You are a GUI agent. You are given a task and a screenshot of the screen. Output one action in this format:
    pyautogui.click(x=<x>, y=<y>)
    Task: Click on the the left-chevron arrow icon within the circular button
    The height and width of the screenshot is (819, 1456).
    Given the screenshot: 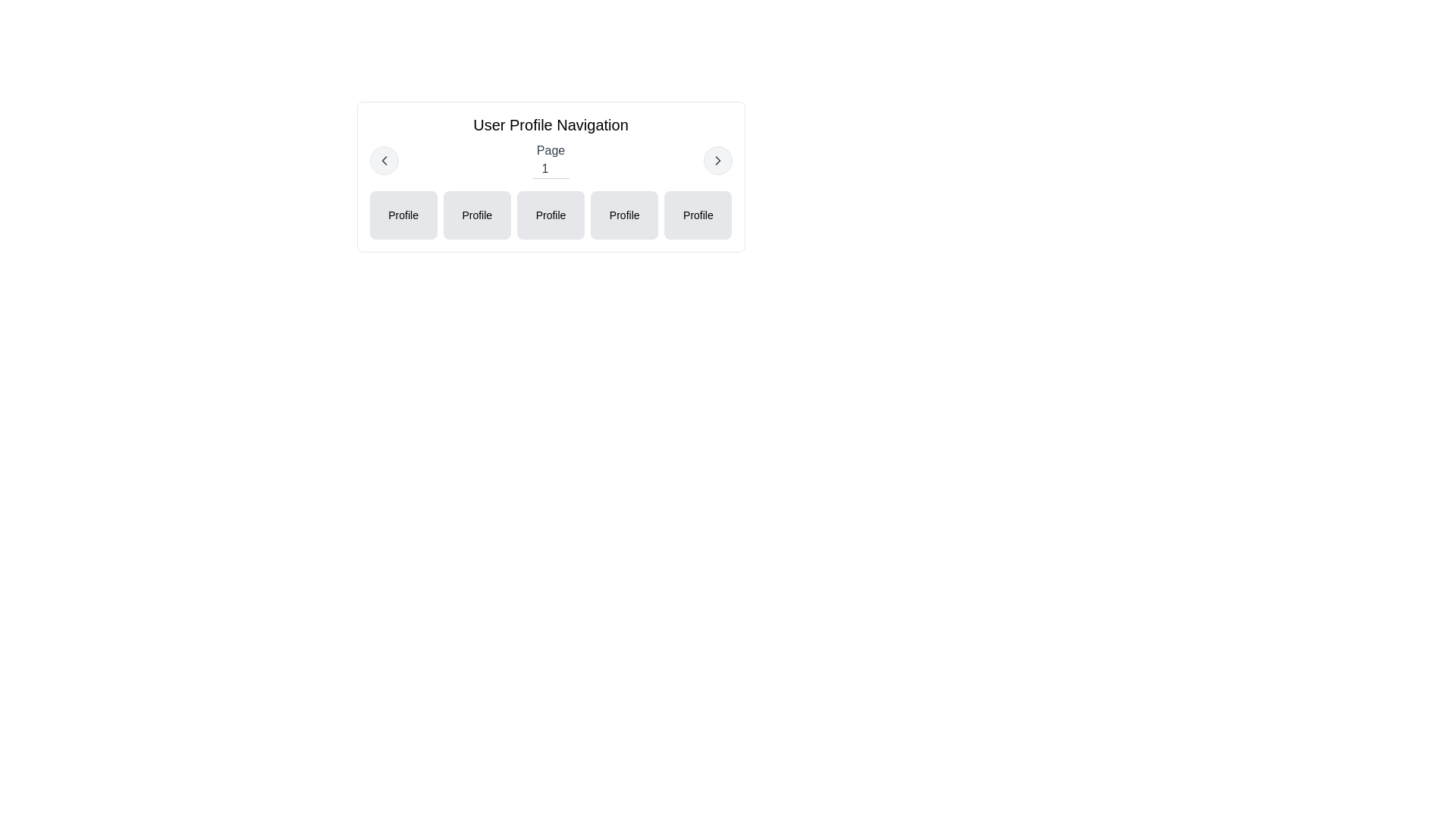 What is the action you would take?
    pyautogui.click(x=384, y=160)
    